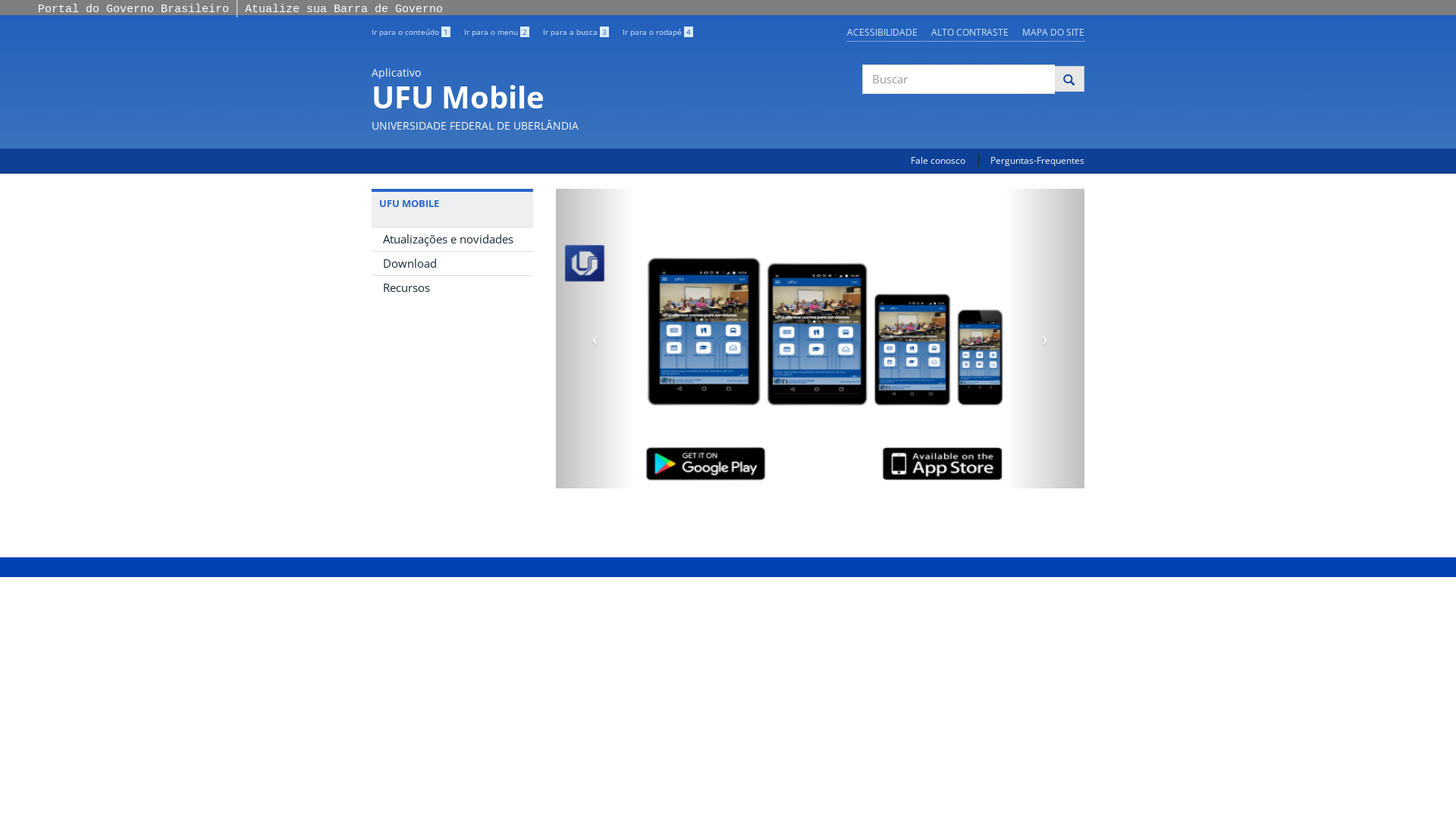 This screenshot has width=1456, height=819. I want to click on 'Fale conosco', so click(937, 160).